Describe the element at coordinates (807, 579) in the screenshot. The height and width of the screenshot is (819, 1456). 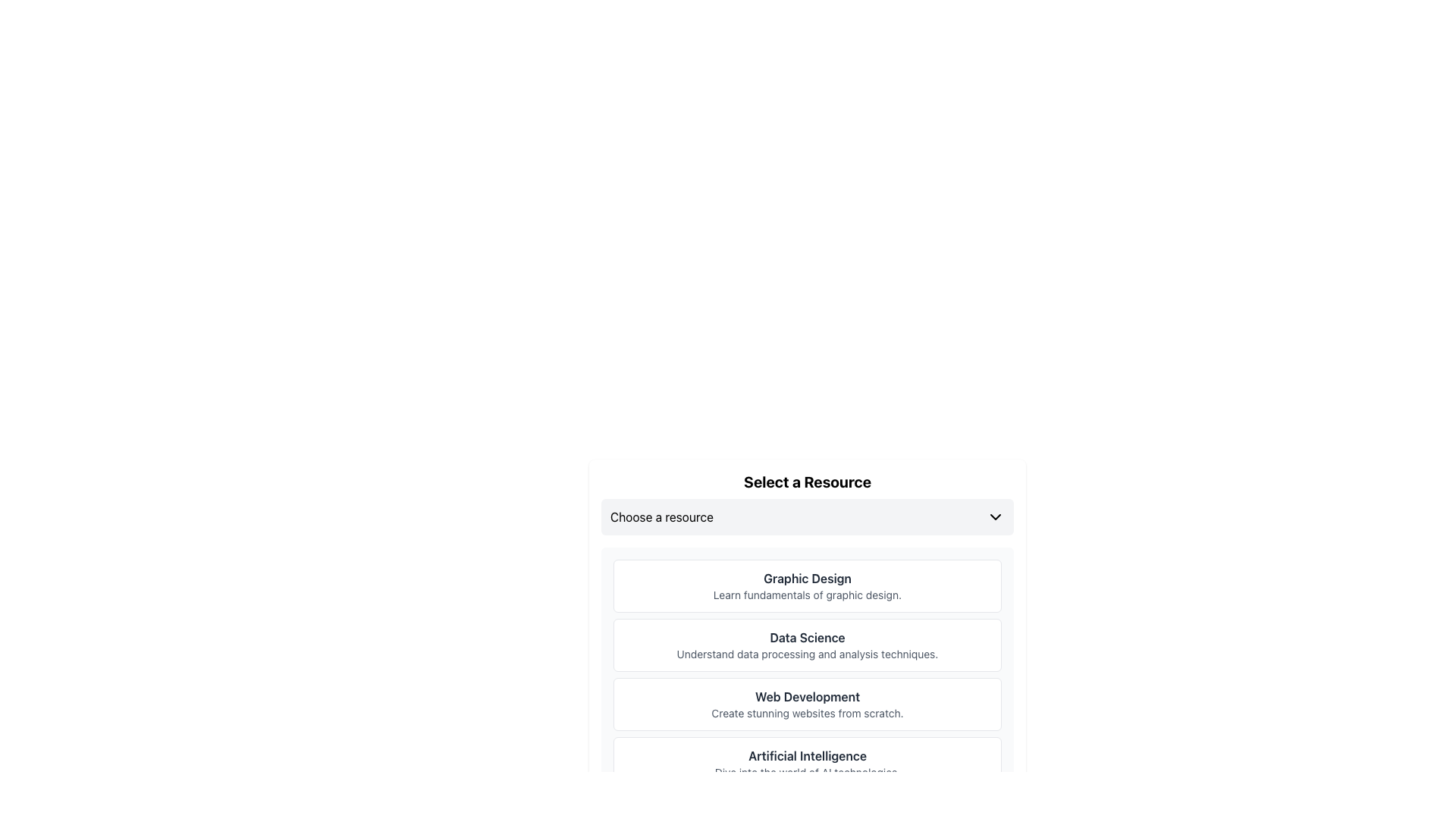
I see `the 'Graphic Design' text element, which serves as the title for selecting the graphic design resource located under 'Select a Resource'` at that location.